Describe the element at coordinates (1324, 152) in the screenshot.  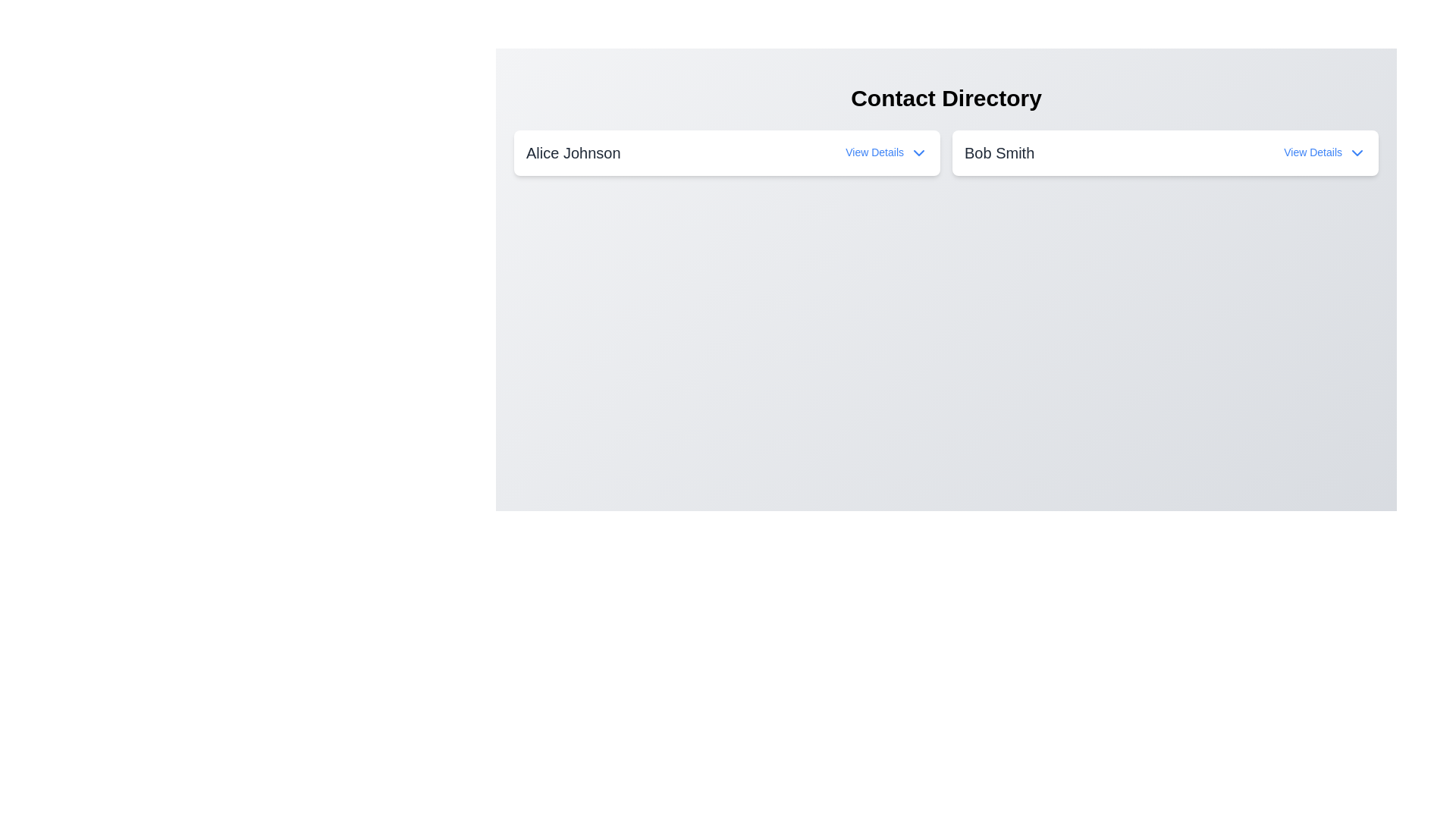
I see `the 'View Details' interactive link with a blue font and downward-facing chevron icon, located to the right of 'Bob Smith', to trigger a tooltip or style change` at that location.